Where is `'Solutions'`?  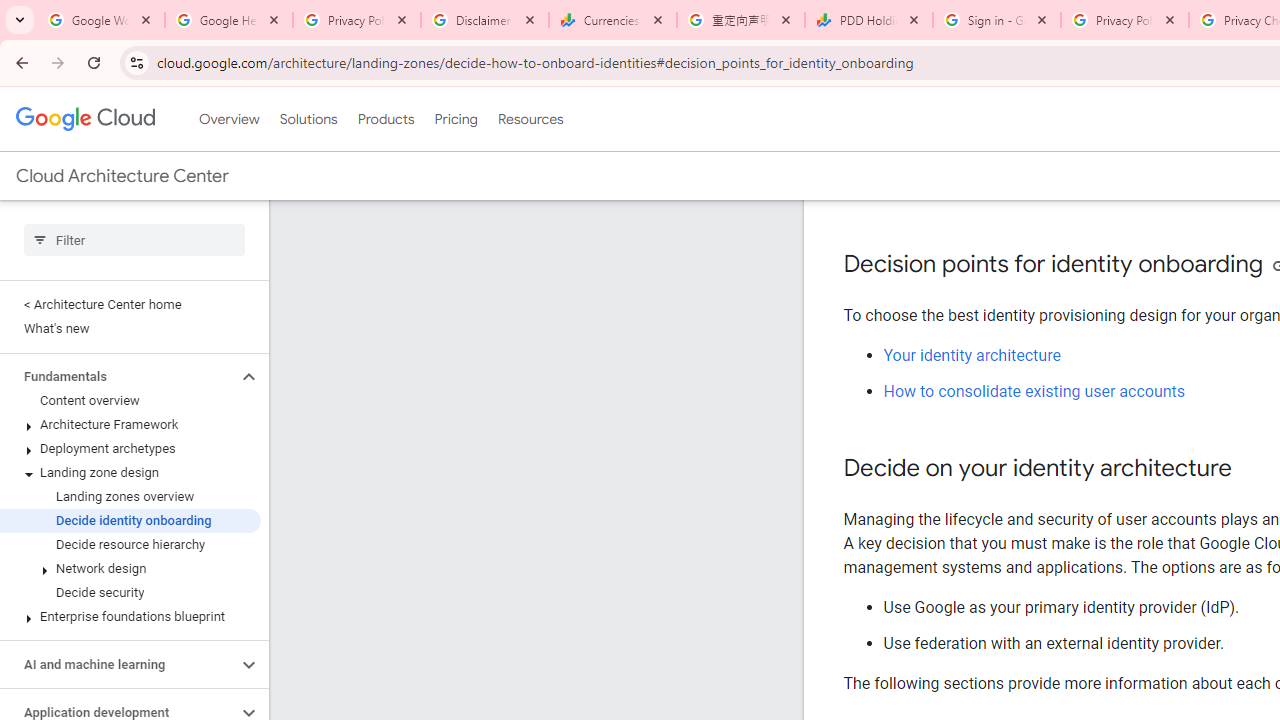
'Solutions' is located at coordinates (307, 119).